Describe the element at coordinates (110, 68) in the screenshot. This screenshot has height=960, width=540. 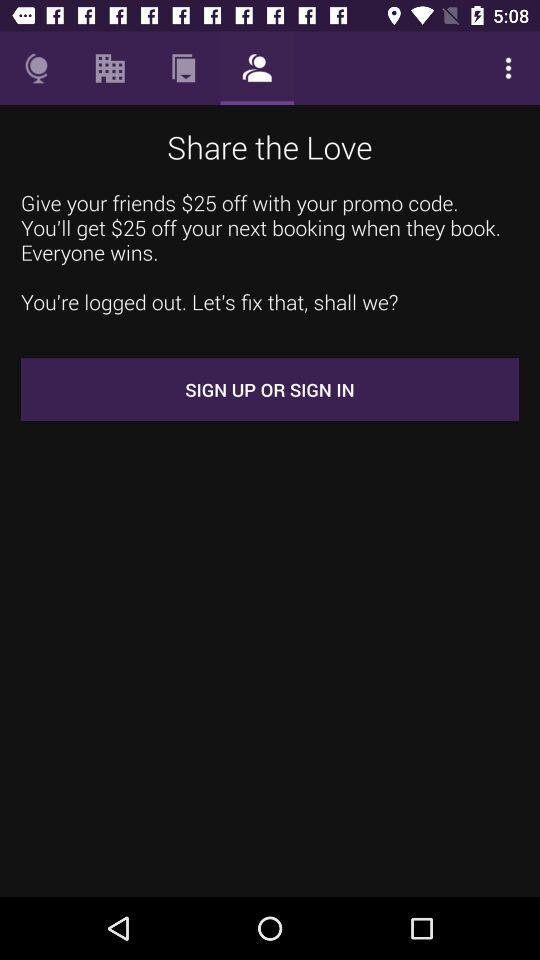
I see `the icon above give your friends` at that location.